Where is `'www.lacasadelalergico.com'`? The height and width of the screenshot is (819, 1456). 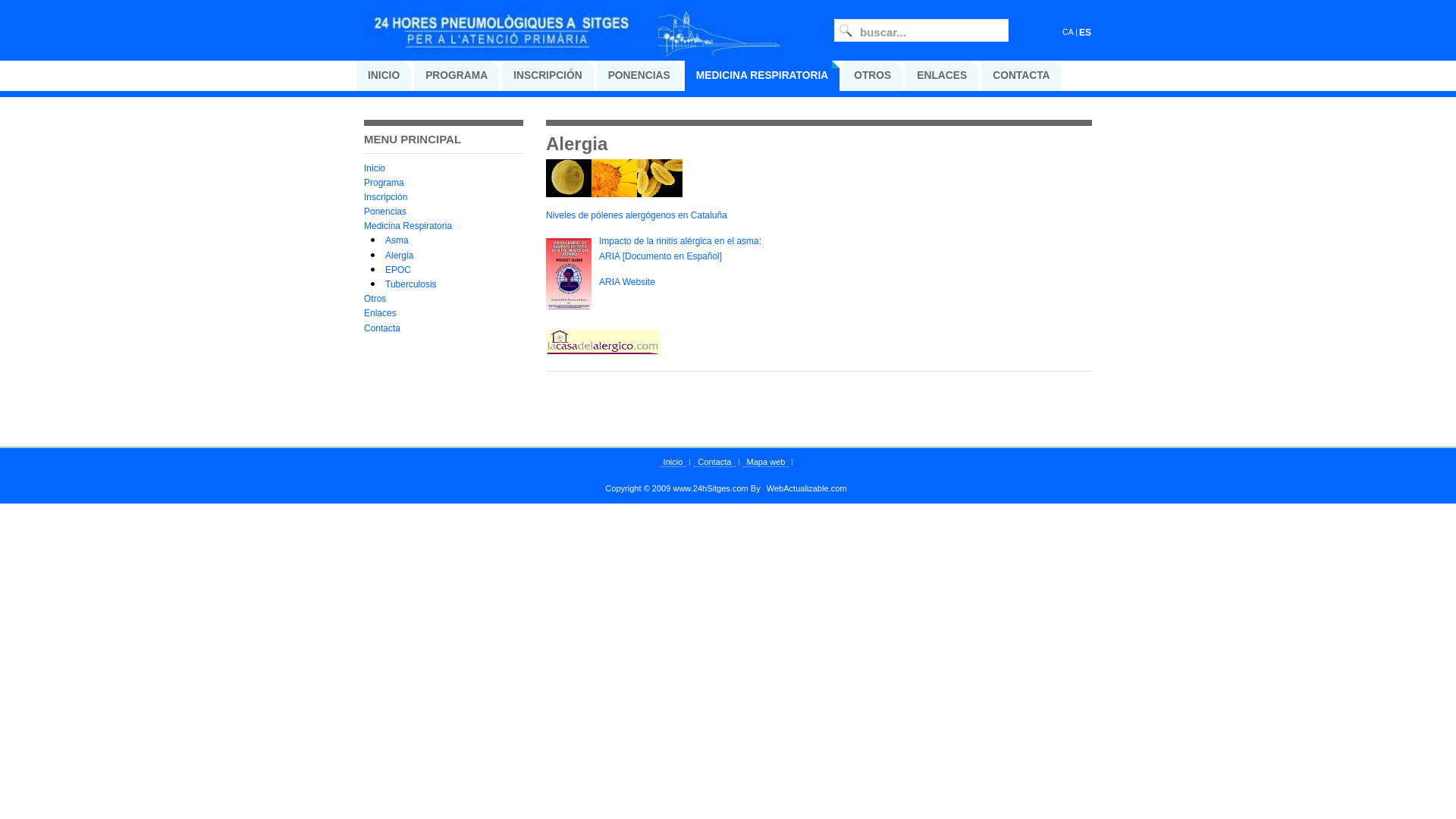 'www.lacasadelalergico.com' is located at coordinates (602, 353).